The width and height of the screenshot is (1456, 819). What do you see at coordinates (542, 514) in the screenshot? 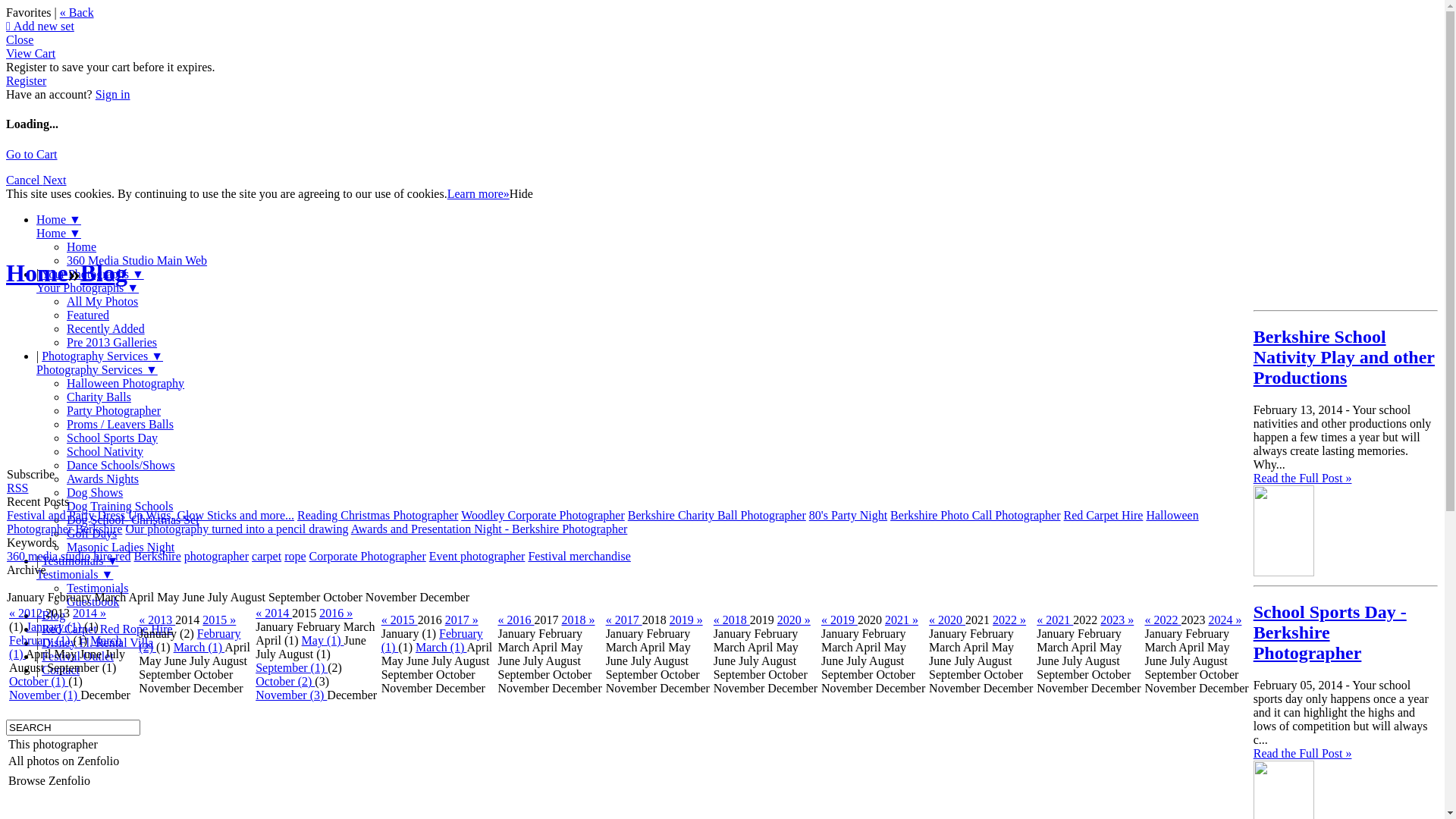
I see `'Woodley Corporate Photographer'` at bounding box center [542, 514].